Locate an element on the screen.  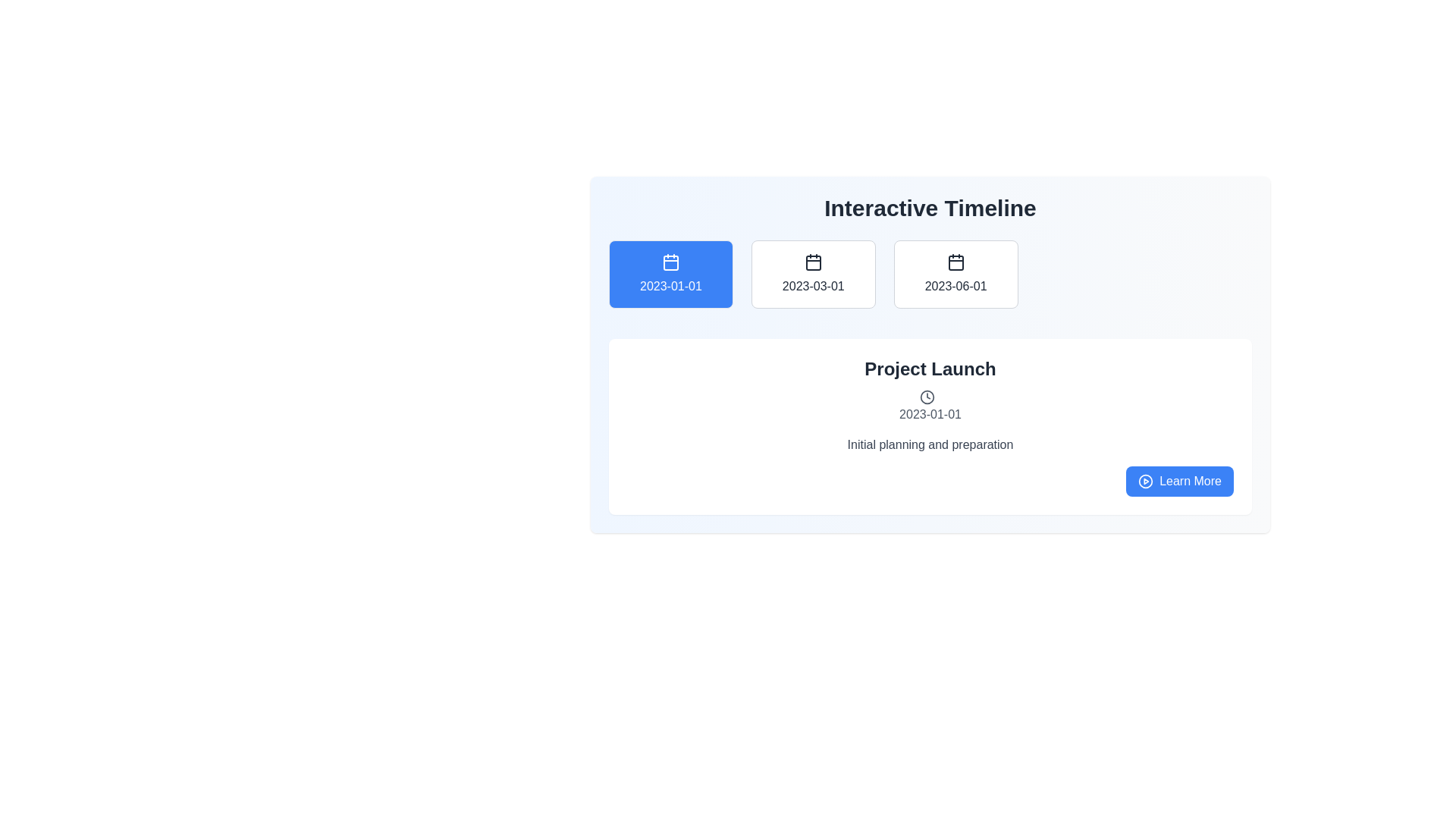
time/date icon located between the heading 'Project Launch' and the date text '2023-01-01' is located at coordinates (927, 396).